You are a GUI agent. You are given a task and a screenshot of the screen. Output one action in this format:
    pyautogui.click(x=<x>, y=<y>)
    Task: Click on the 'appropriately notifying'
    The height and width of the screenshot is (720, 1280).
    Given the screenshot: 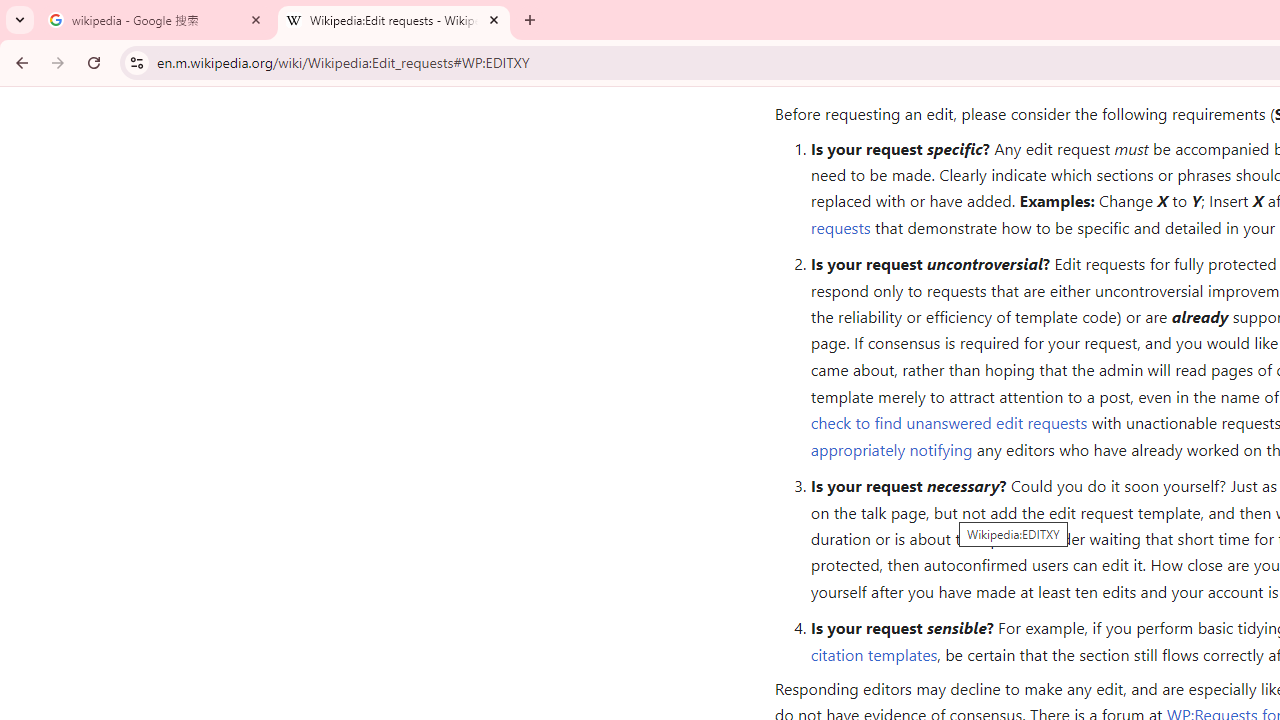 What is the action you would take?
    pyautogui.click(x=890, y=447)
    